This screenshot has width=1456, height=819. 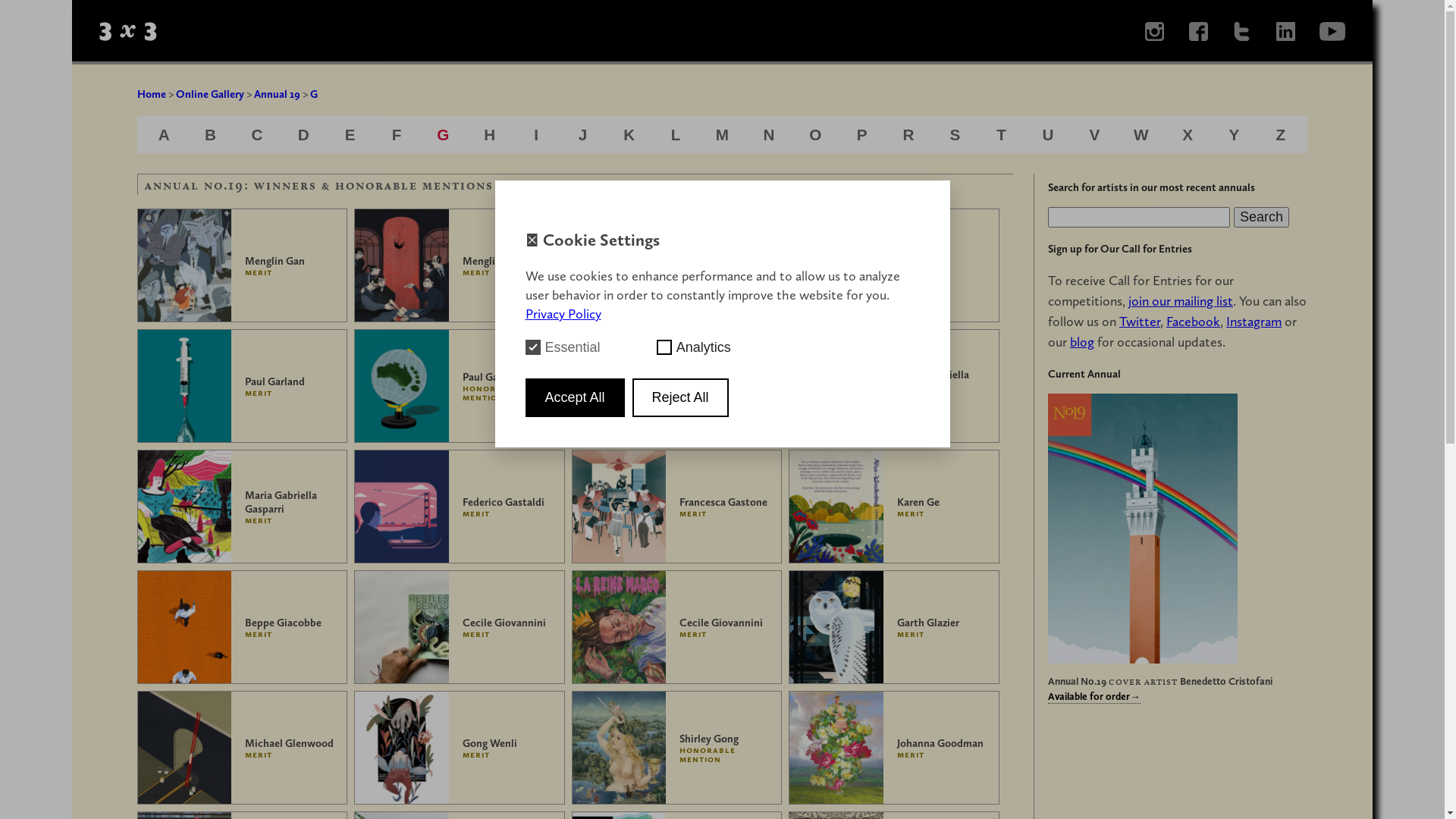 What do you see at coordinates (209, 93) in the screenshot?
I see `'Online Gallery'` at bounding box center [209, 93].